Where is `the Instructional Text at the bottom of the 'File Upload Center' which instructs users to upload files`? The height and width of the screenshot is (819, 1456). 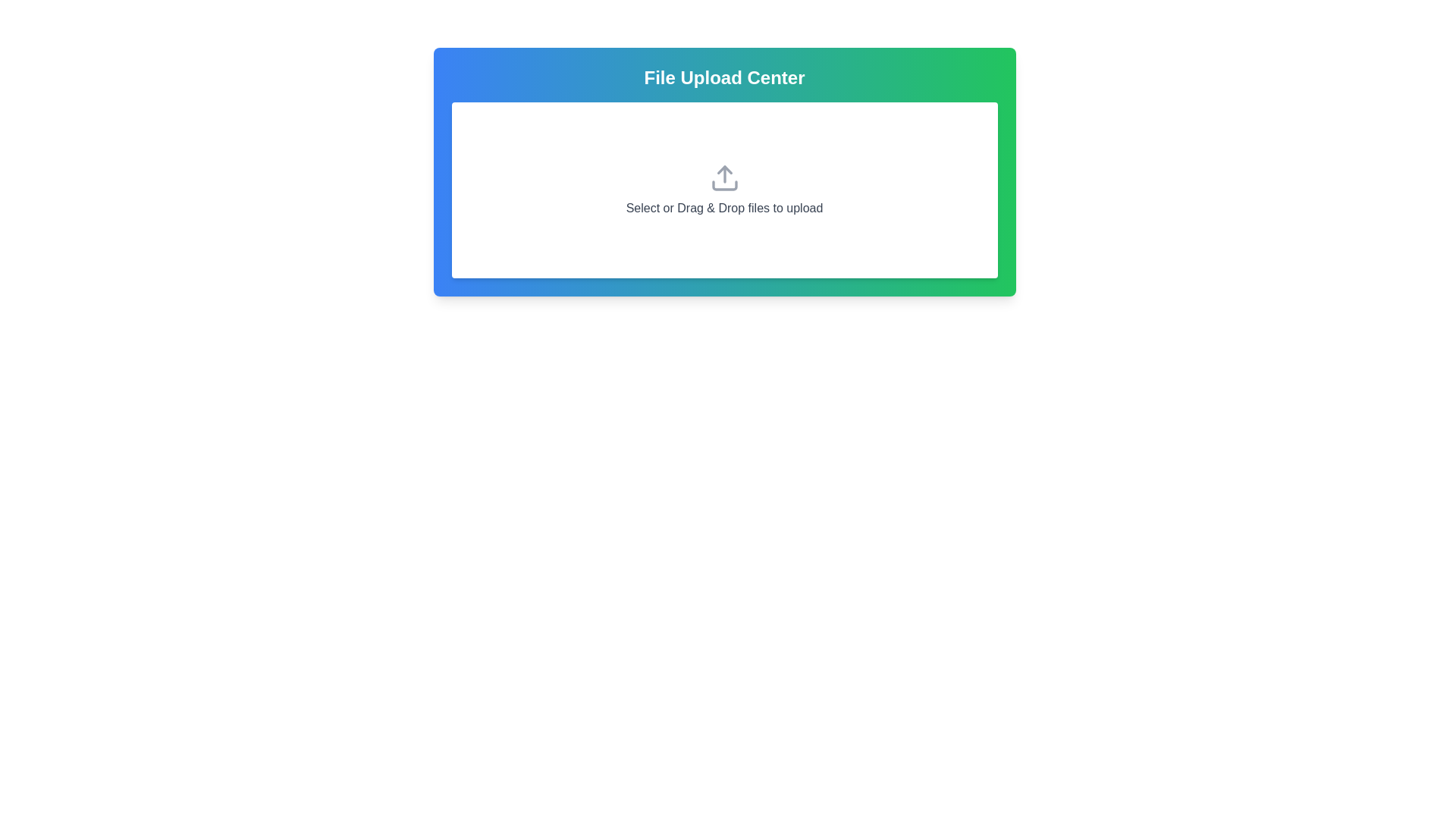 the Instructional Text at the bottom of the 'File Upload Center' which instructs users to upload files is located at coordinates (723, 208).